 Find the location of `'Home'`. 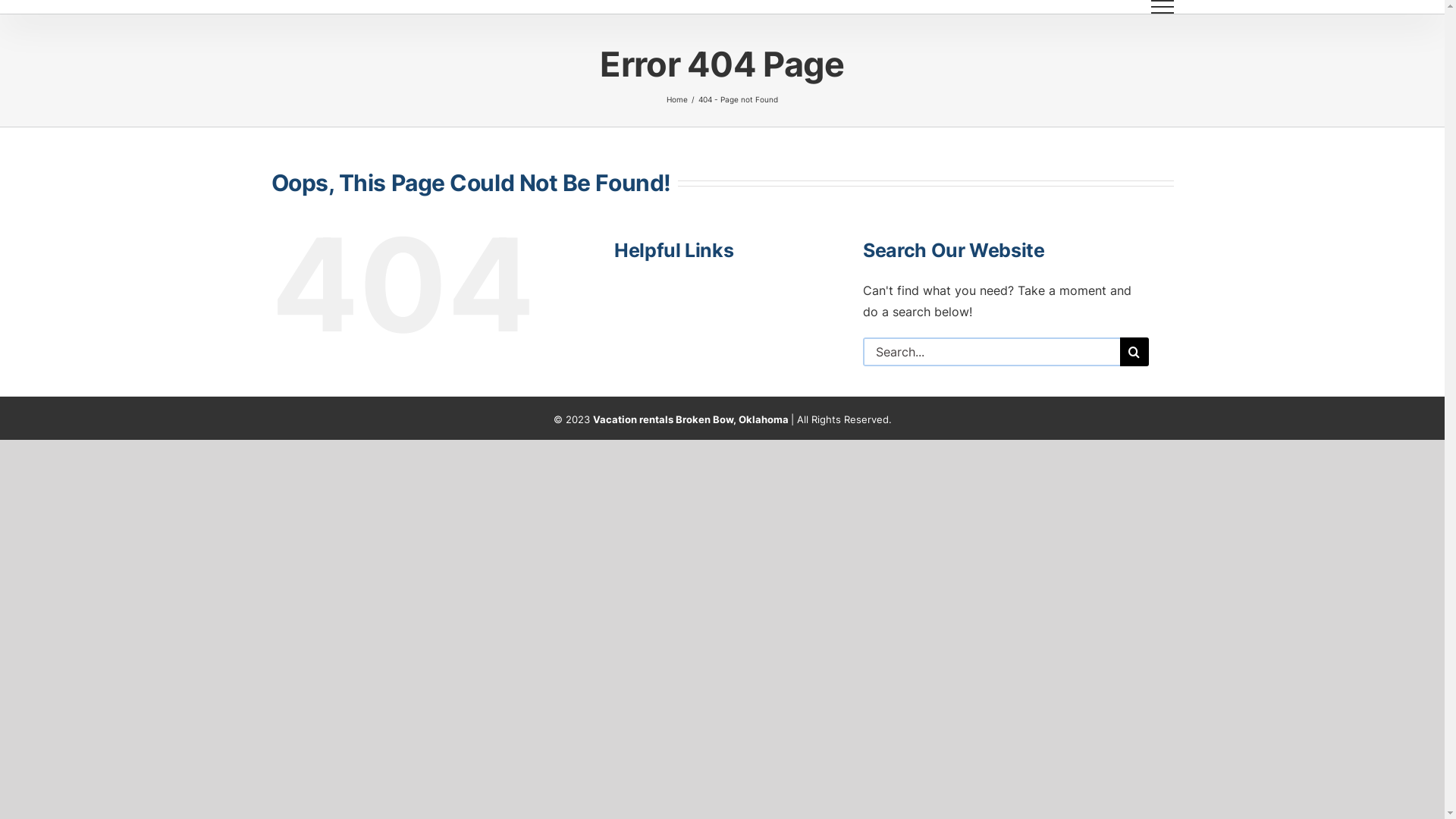

'Home' is located at coordinates (676, 99).